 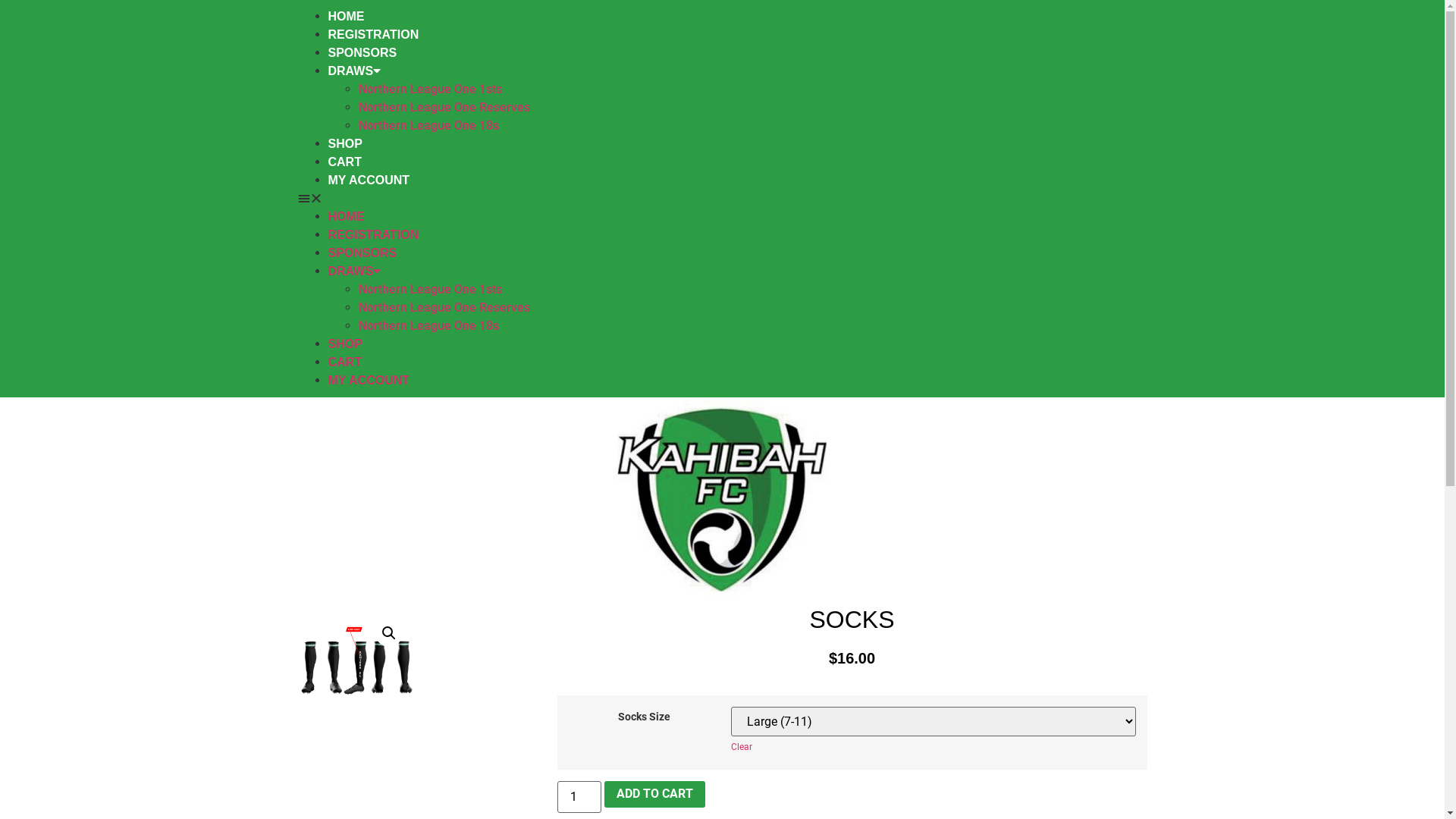 I want to click on 'SPONSORS', so click(x=361, y=252).